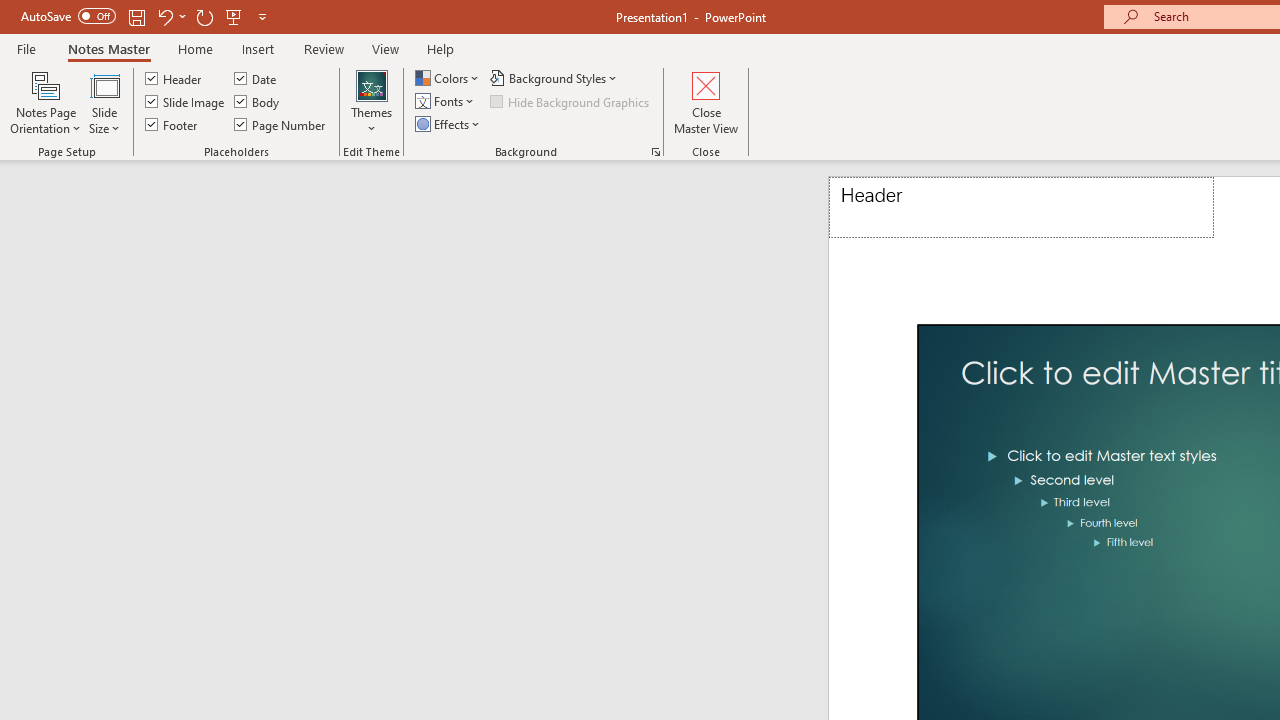  Describe the element at coordinates (706, 103) in the screenshot. I see `'Close Master View'` at that location.